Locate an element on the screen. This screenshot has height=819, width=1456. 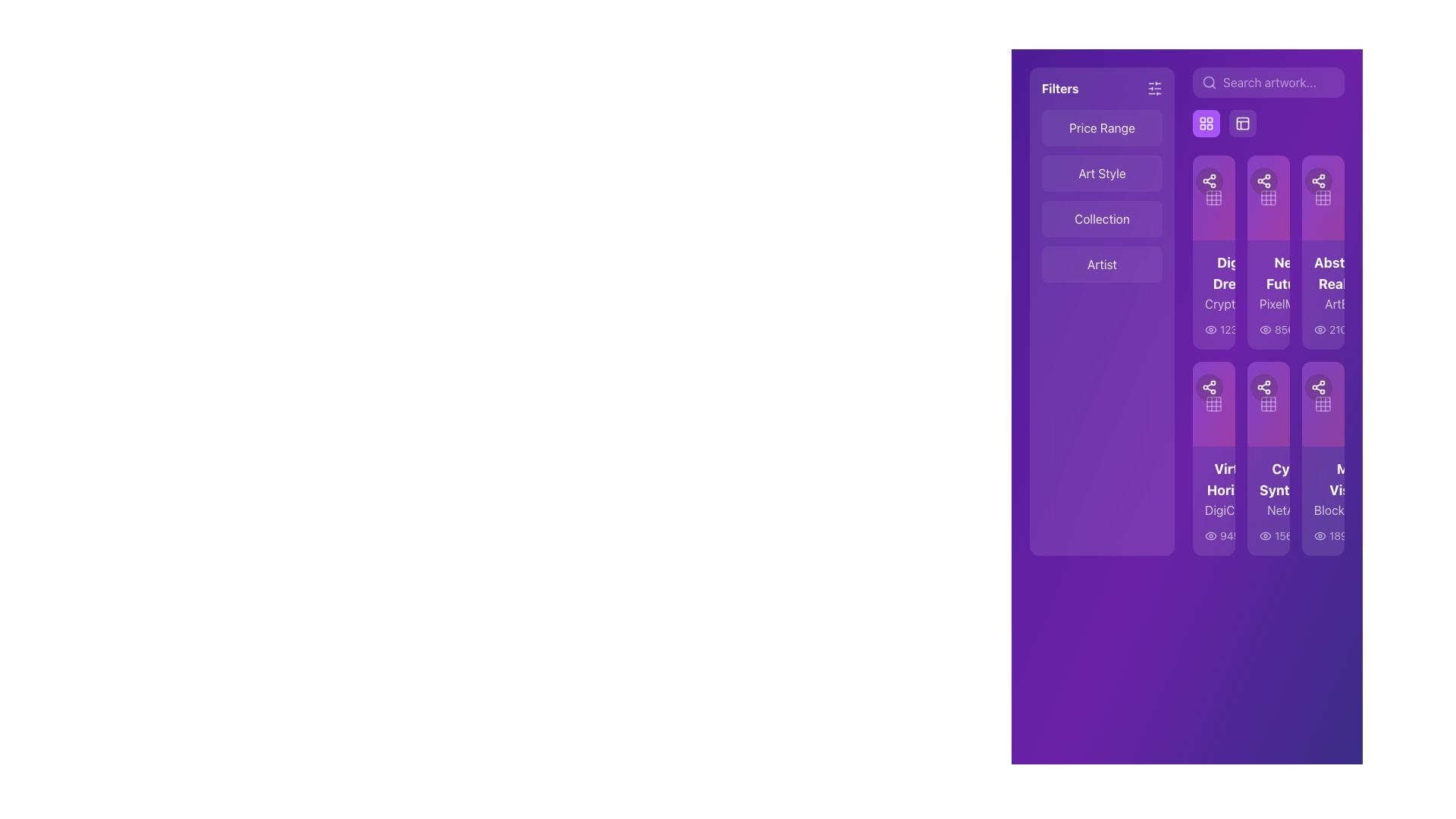
the 'Virtual Horizons' card, which features bold white text and a highlighted purple badge displaying '1.5 ETH'. This card is located in the second column of the second row in a grid layout, surrounded by 'Neon Futures' and 'Cyber Synthesis' is located at coordinates (1214, 458).